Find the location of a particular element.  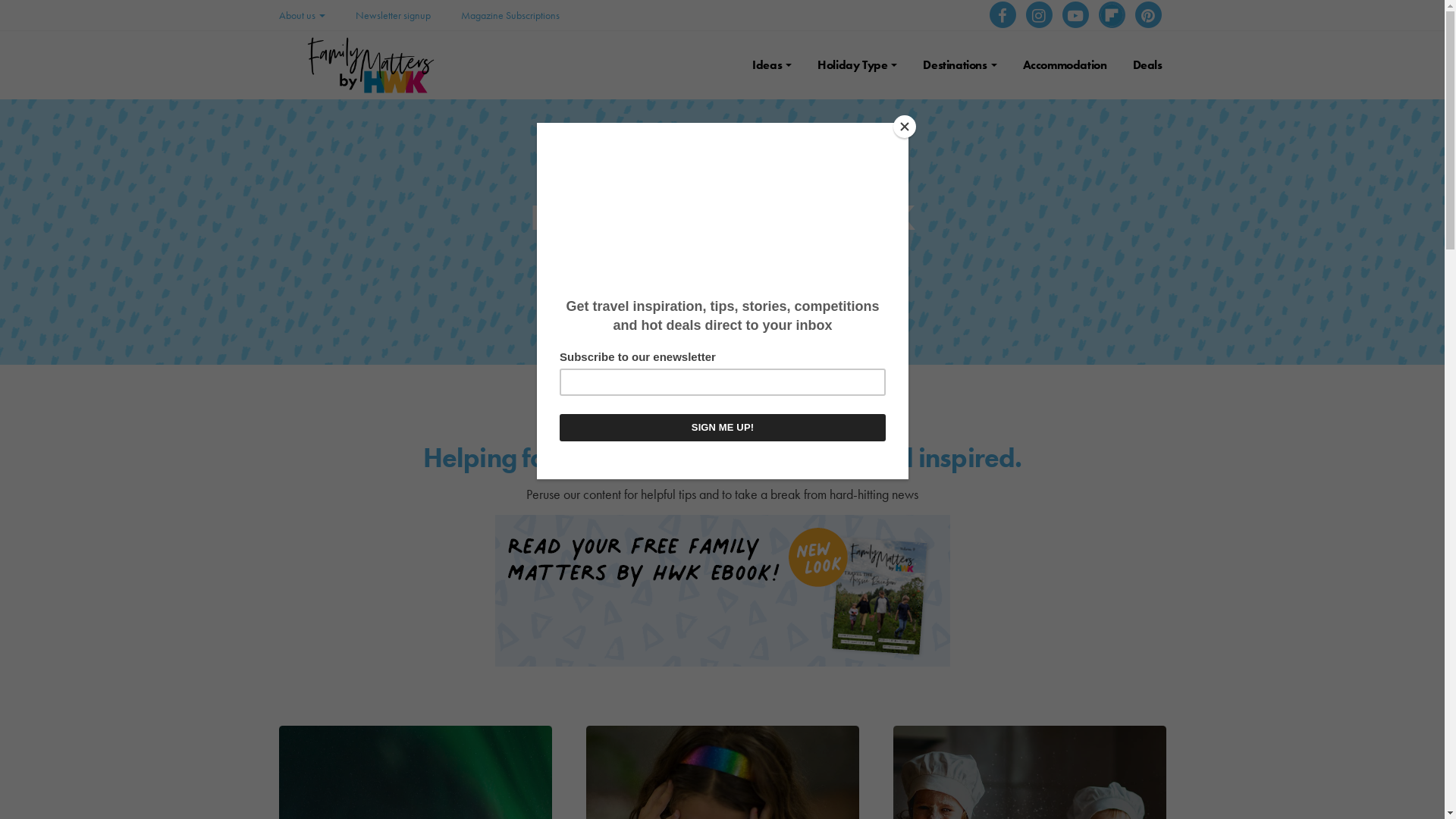

'Ideas' is located at coordinates (771, 64).